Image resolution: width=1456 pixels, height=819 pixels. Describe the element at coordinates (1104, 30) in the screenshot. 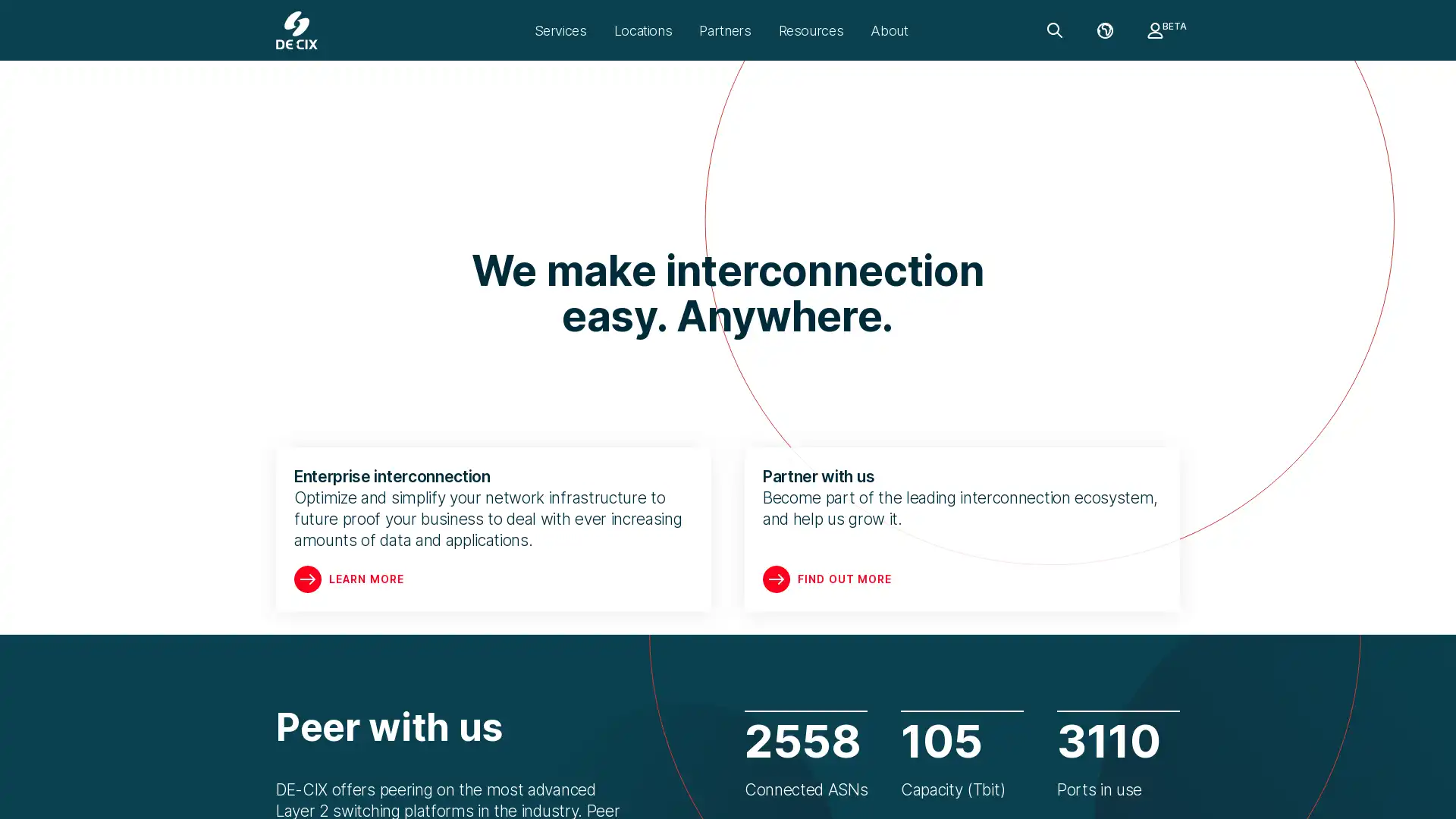

I see `Language` at that location.